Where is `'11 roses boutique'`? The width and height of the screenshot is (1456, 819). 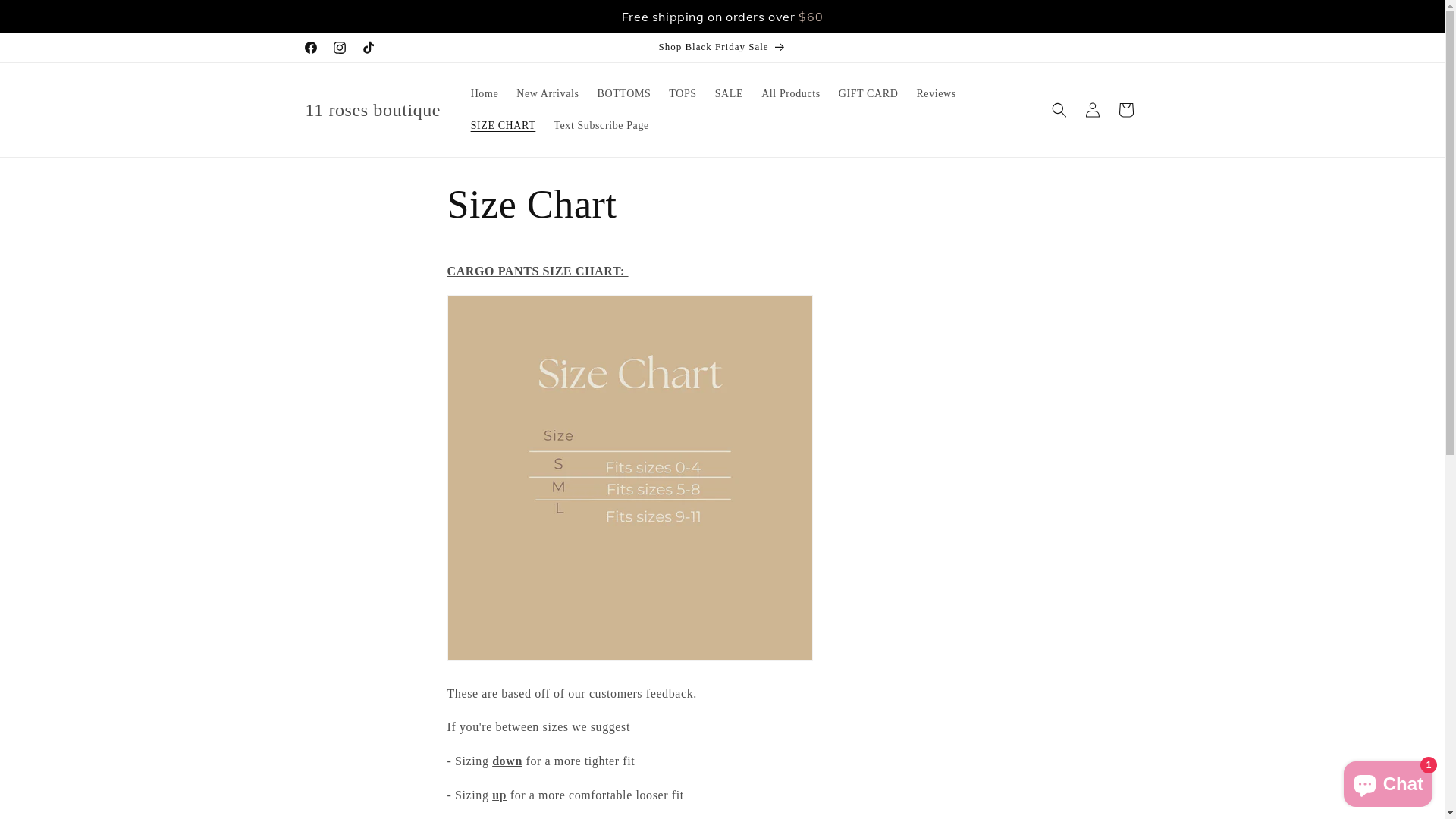 '11 roses boutique' is located at coordinates (372, 109).